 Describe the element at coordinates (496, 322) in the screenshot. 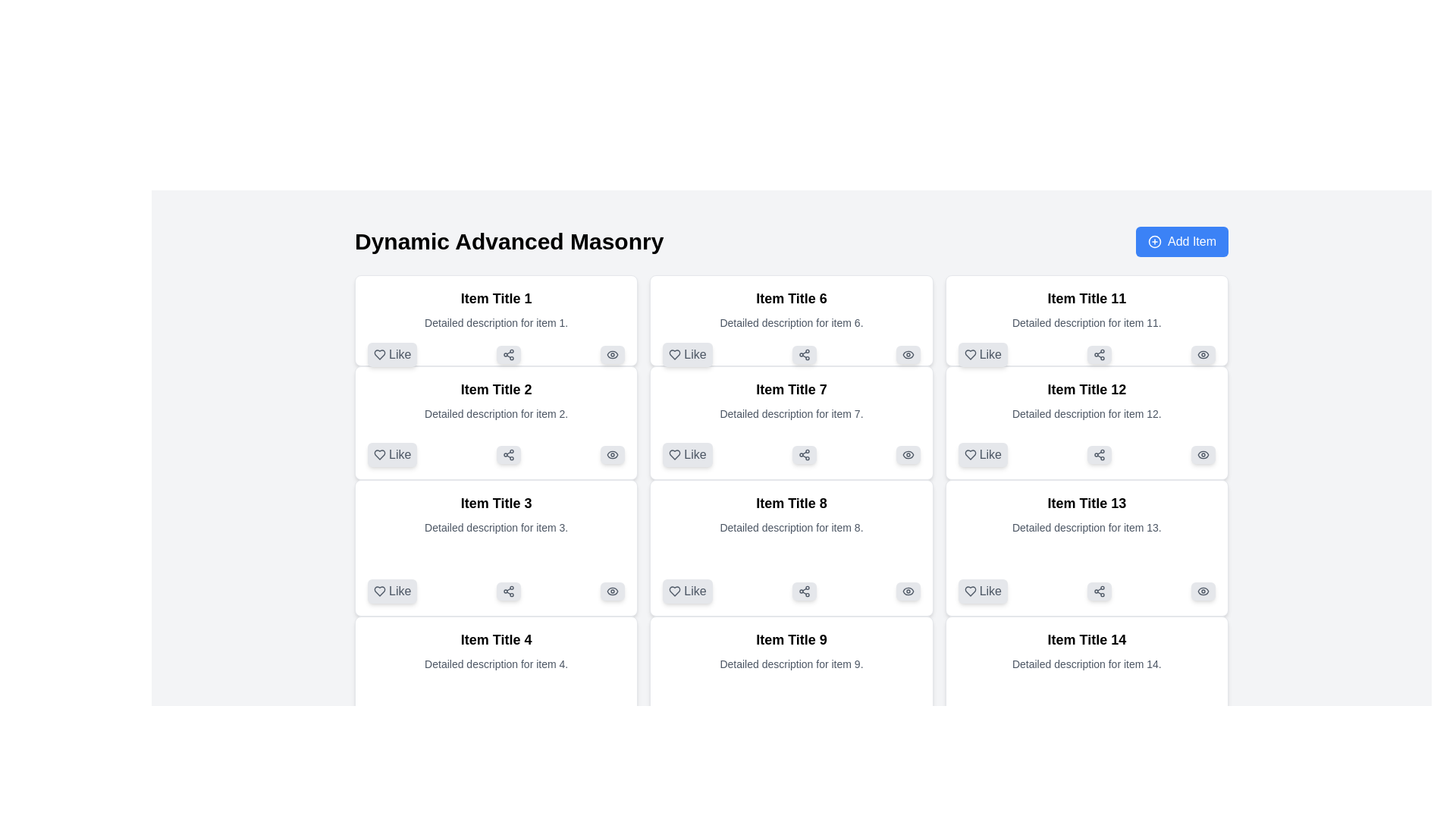

I see `the text content that provides additional information related to 'Item Title 1', located directly underneath it in the first card of the grid layout` at that location.